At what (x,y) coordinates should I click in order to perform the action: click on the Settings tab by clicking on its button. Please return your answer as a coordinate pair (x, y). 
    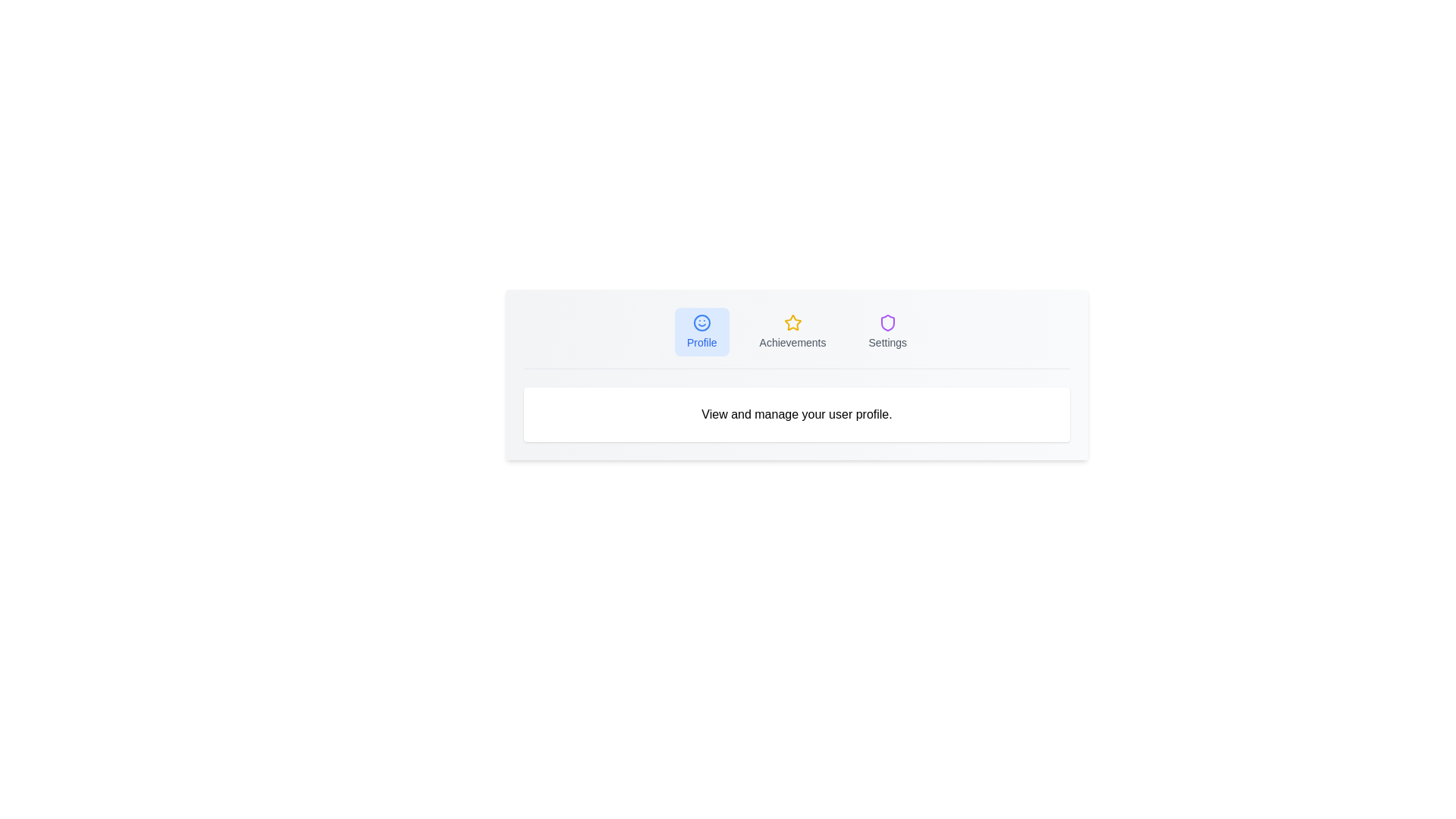
    Looking at the image, I should click on (887, 331).